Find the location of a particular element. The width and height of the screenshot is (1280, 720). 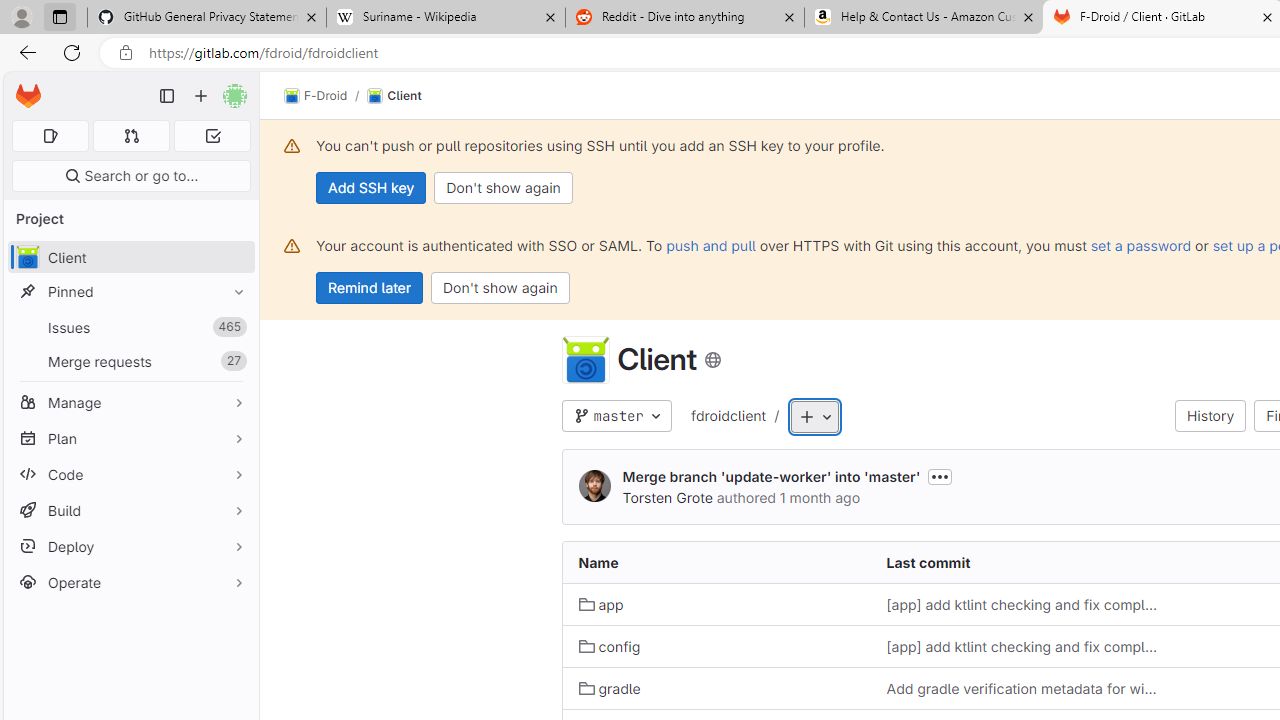

'push and pull' is located at coordinates (711, 244).